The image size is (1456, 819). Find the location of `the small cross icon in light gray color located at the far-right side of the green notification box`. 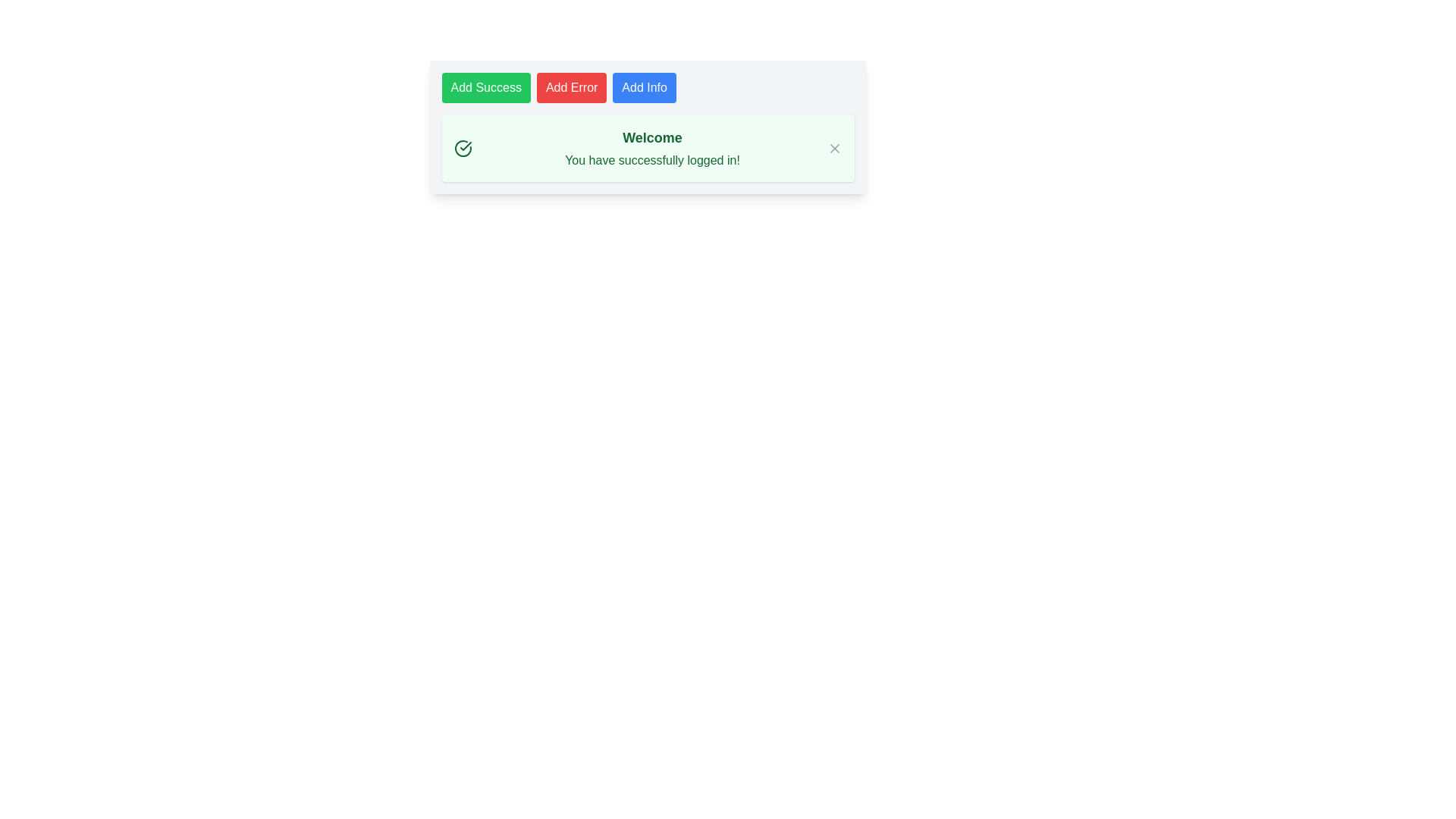

the small cross icon in light gray color located at the far-right side of the green notification box is located at coordinates (833, 149).